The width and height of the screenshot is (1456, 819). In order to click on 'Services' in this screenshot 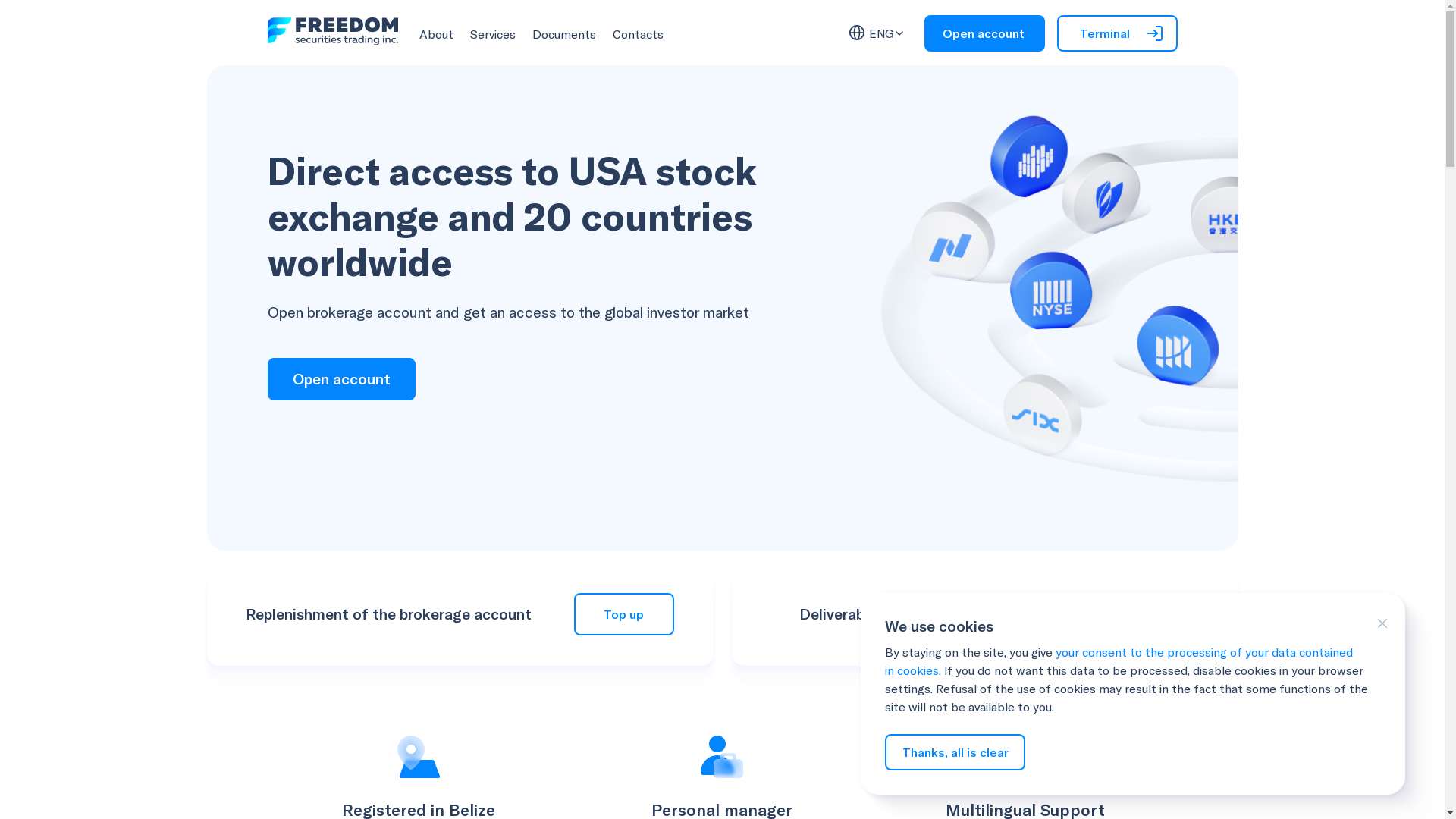, I will do `click(492, 34)`.